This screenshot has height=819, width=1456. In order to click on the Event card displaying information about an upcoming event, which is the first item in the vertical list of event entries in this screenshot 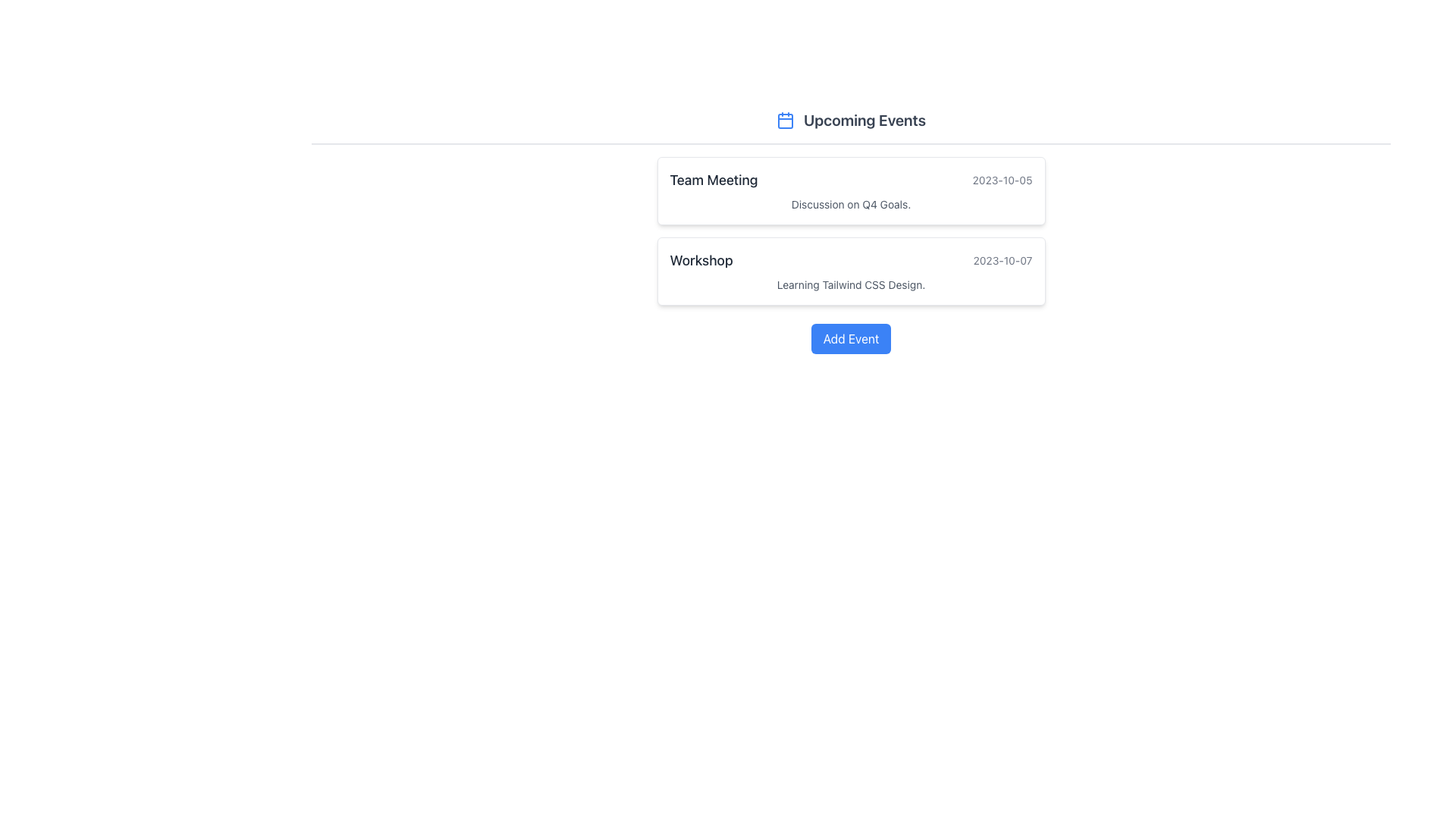, I will do `click(851, 190)`.